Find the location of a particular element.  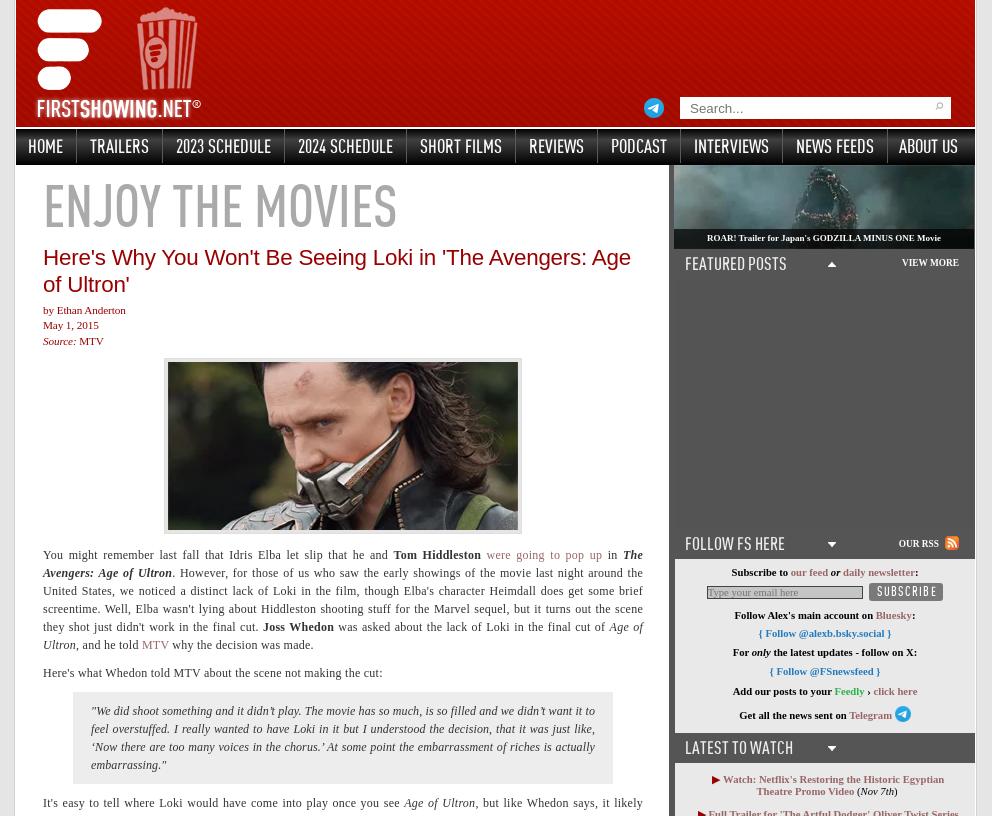

'VIEW MORE' is located at coordinates (929, 261).